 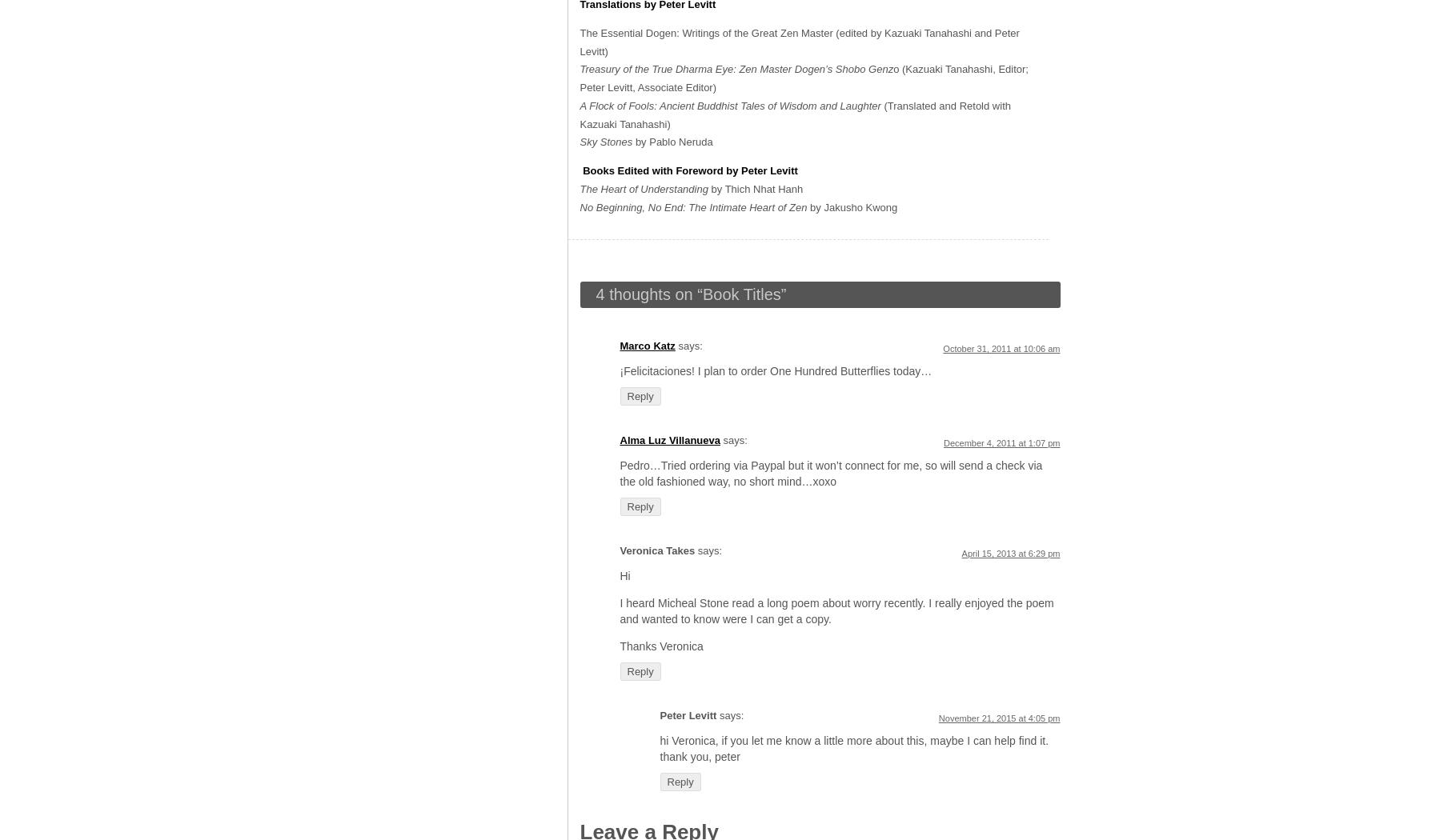 I want to click on 'Marco Katz', so click(x=647, y=345).